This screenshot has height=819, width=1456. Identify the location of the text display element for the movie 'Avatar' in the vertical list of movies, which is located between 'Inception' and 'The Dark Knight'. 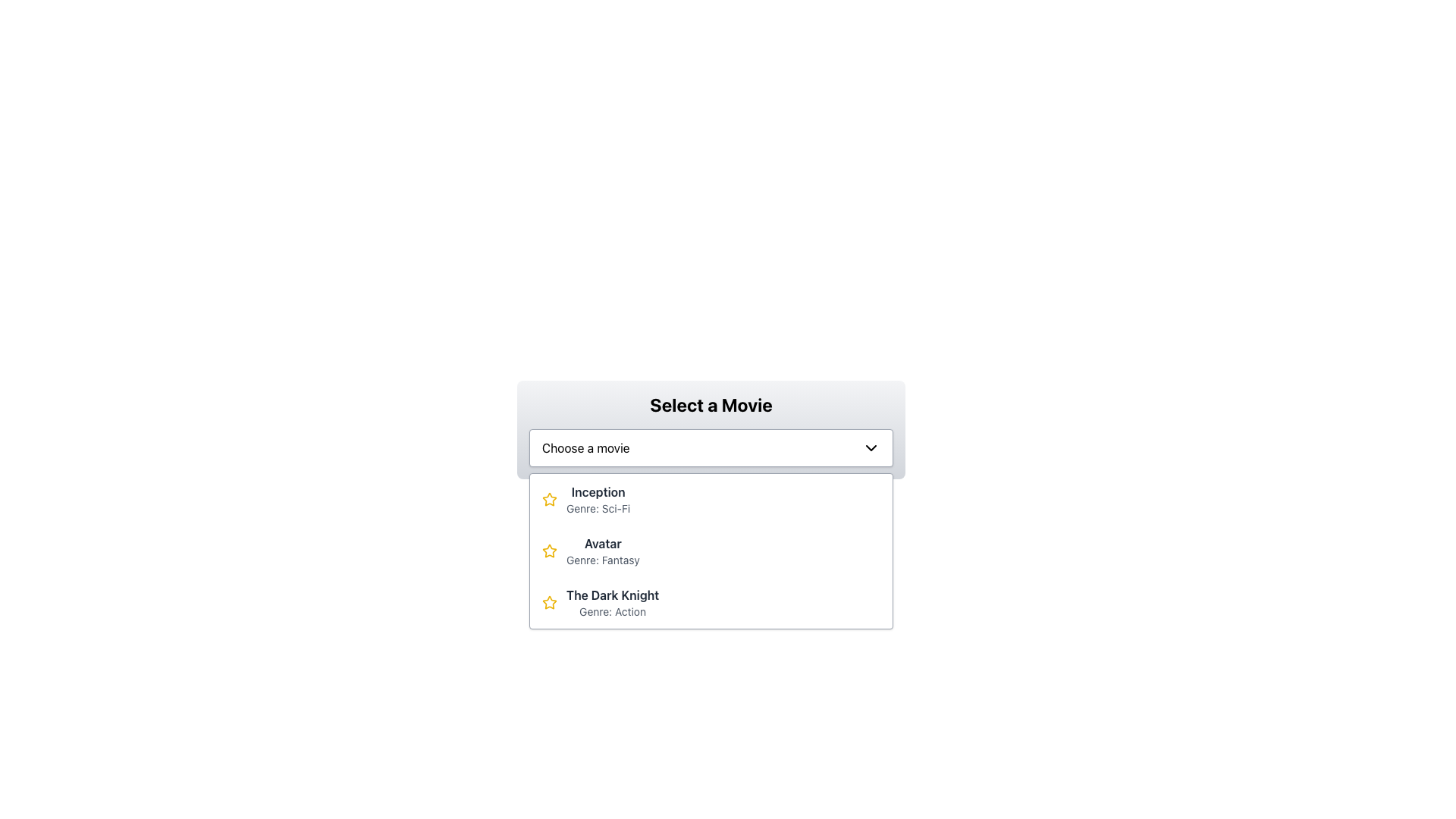
(602, 551).